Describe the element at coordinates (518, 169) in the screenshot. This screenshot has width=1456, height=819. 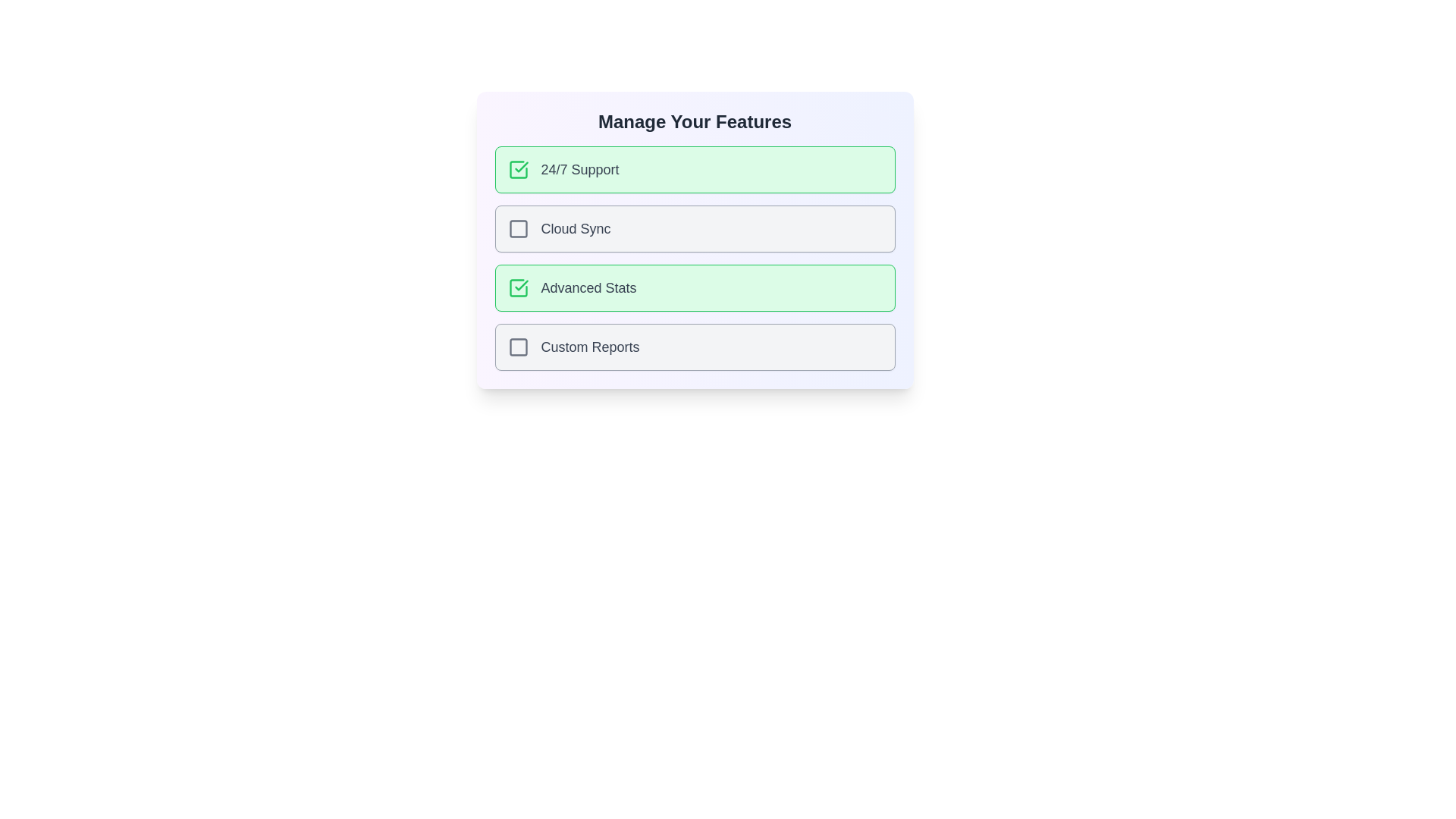
I see `the Checkbox icon for '24/7 Support'` at that location.